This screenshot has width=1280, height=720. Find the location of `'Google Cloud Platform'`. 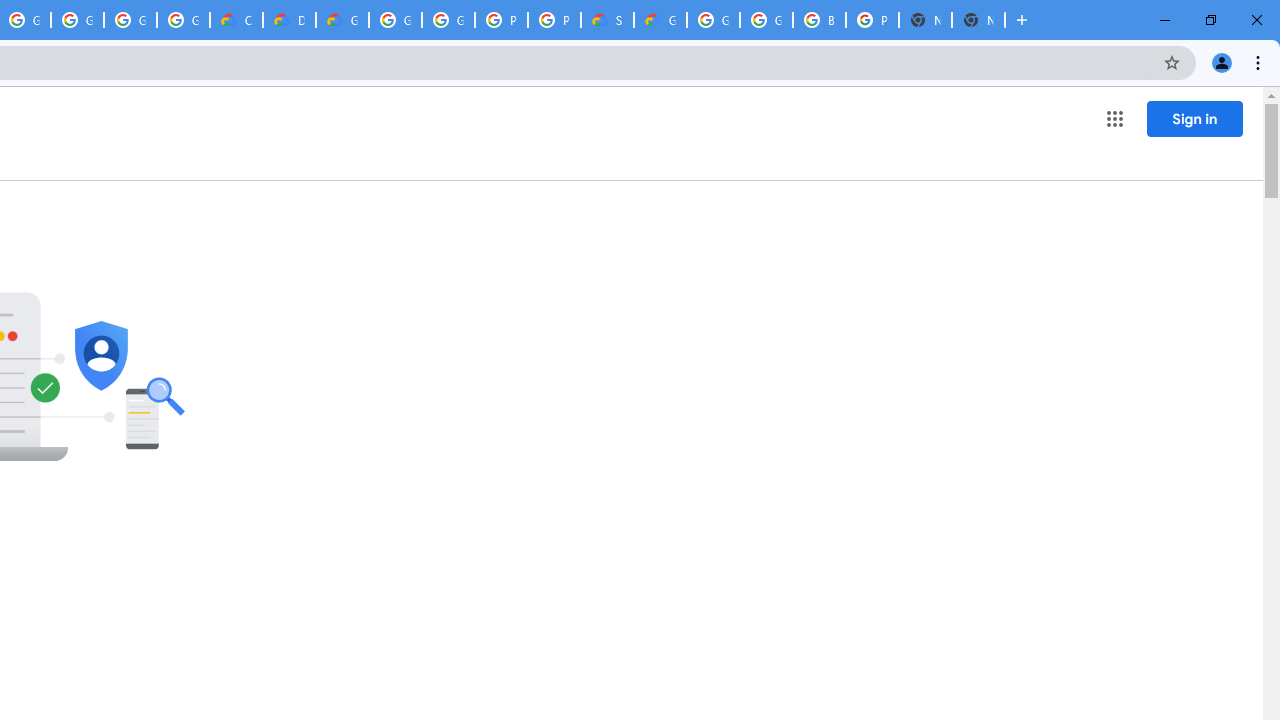

'Google Cloud Platform' is located at coordinates (447, 20).